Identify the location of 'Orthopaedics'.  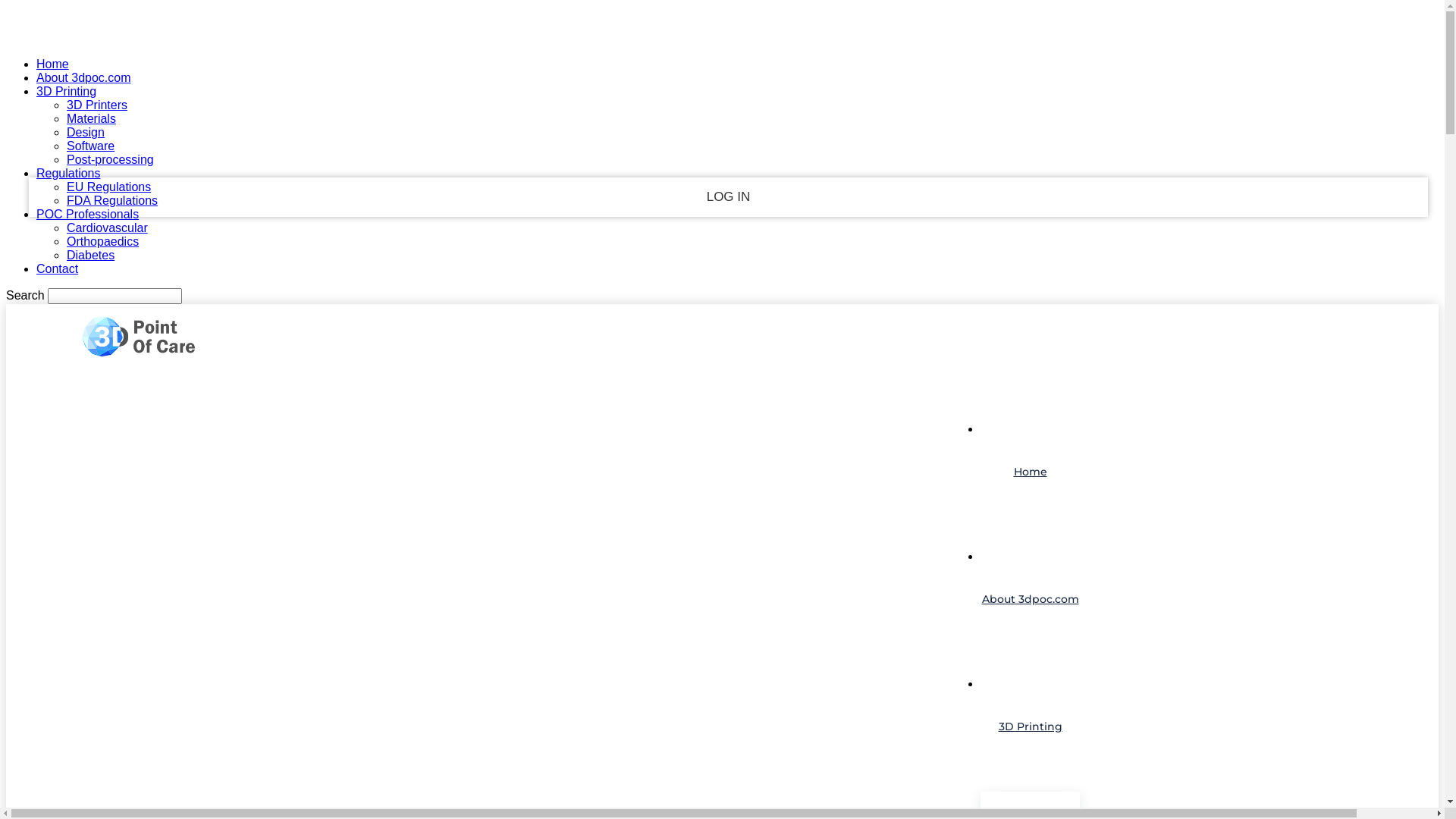
(102, 240).